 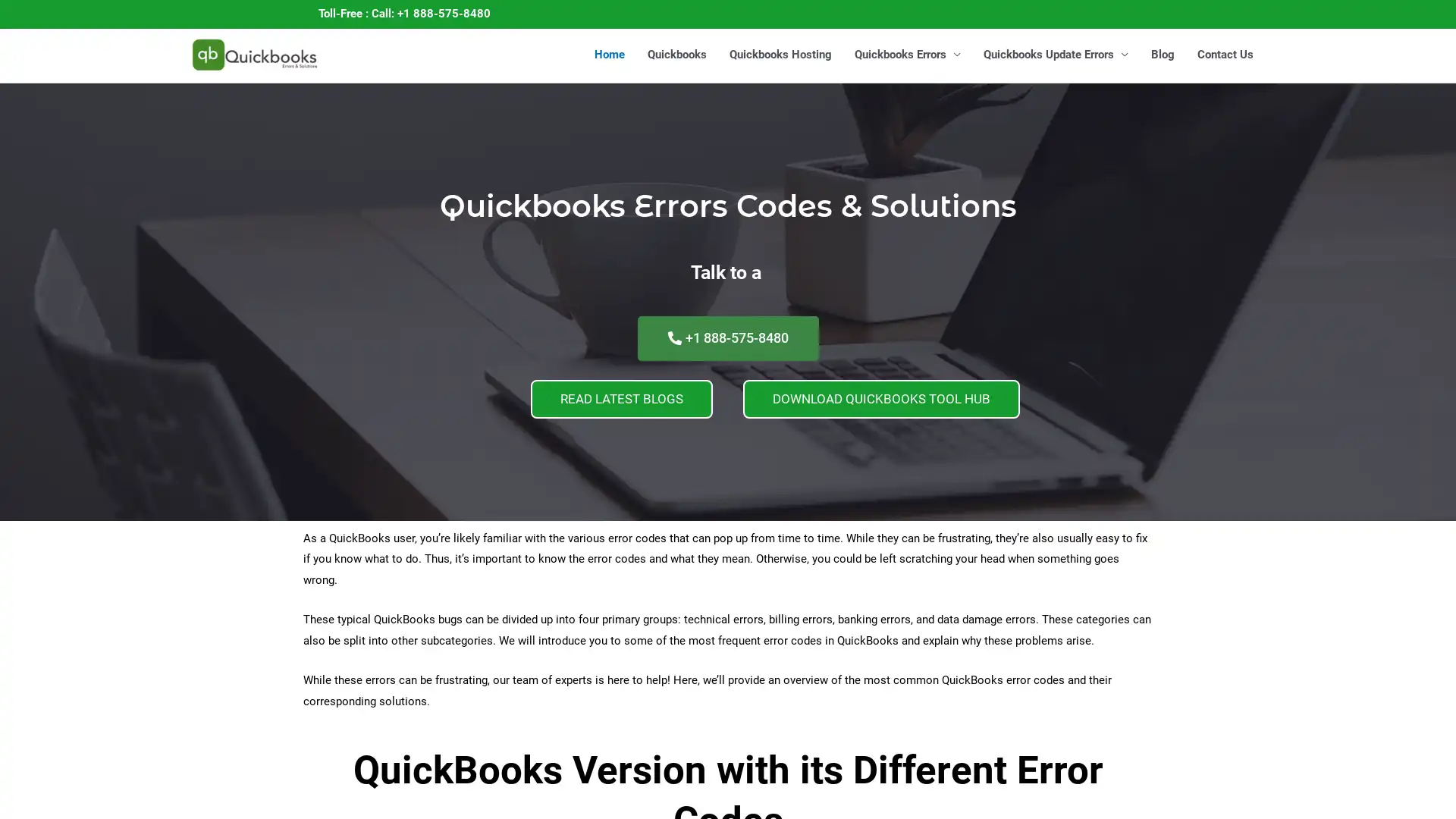 I want to click on READ LATEST BLOGS, so click(x=622, y=397).